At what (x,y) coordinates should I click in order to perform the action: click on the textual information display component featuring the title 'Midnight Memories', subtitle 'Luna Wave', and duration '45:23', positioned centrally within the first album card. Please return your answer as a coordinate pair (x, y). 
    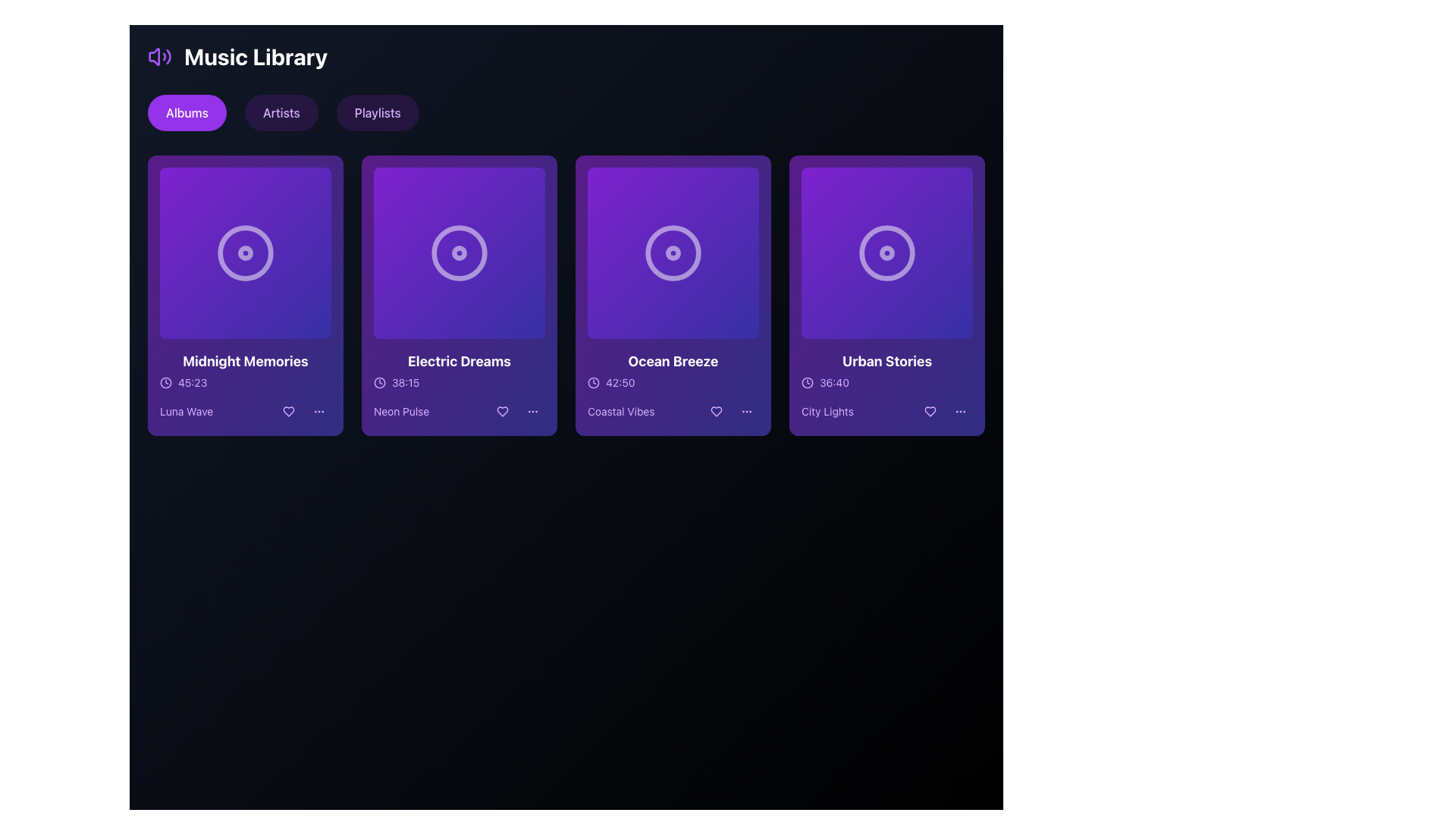
    Looking at the image, I should click on (246, 386).